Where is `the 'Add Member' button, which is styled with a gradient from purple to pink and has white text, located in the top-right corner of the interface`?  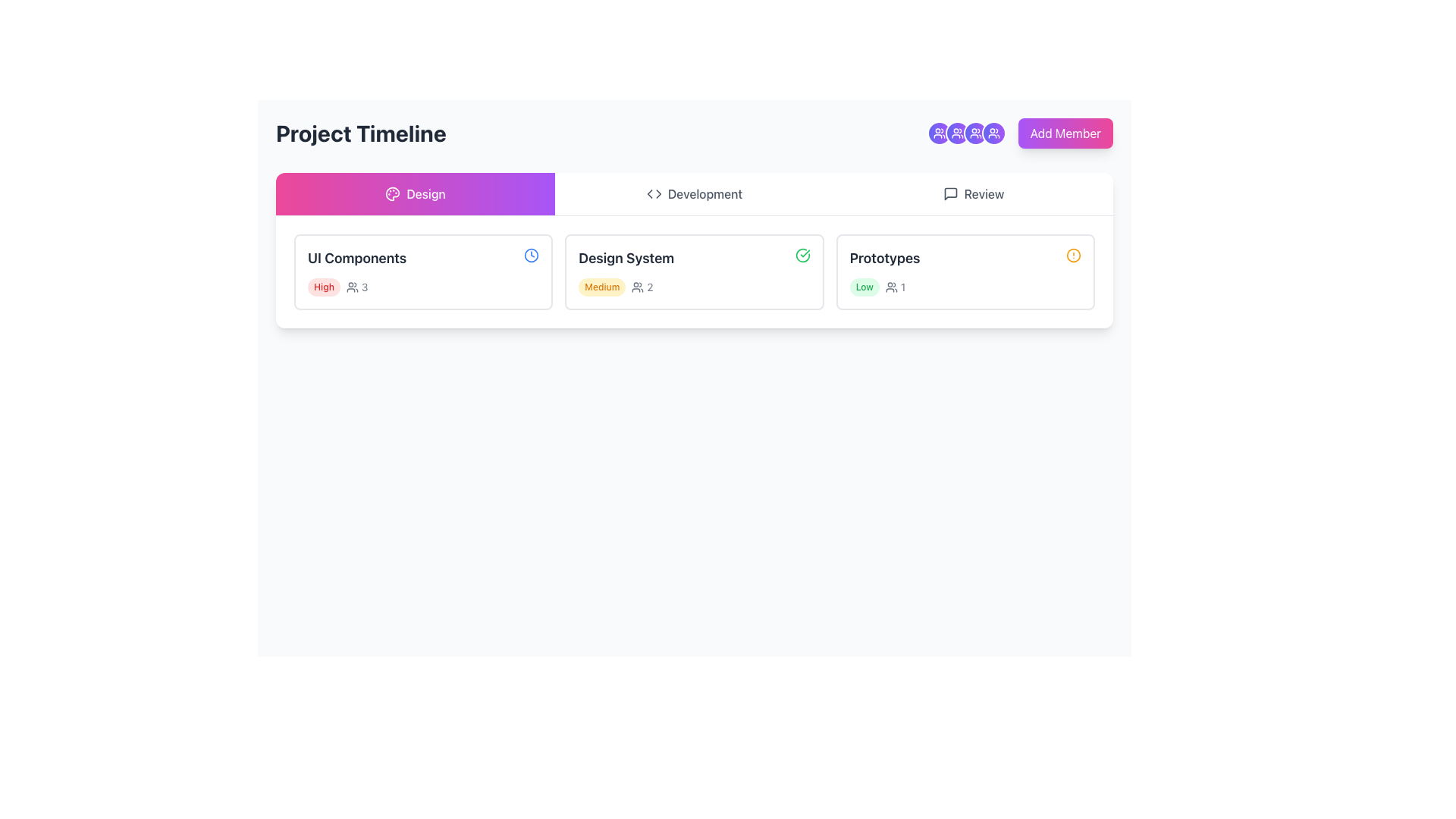 the 'Add Member' button, which is styled with a gradient from purple to pink and has white text, located in the top-right corner of the interface is located at coordinates (1065, 133).